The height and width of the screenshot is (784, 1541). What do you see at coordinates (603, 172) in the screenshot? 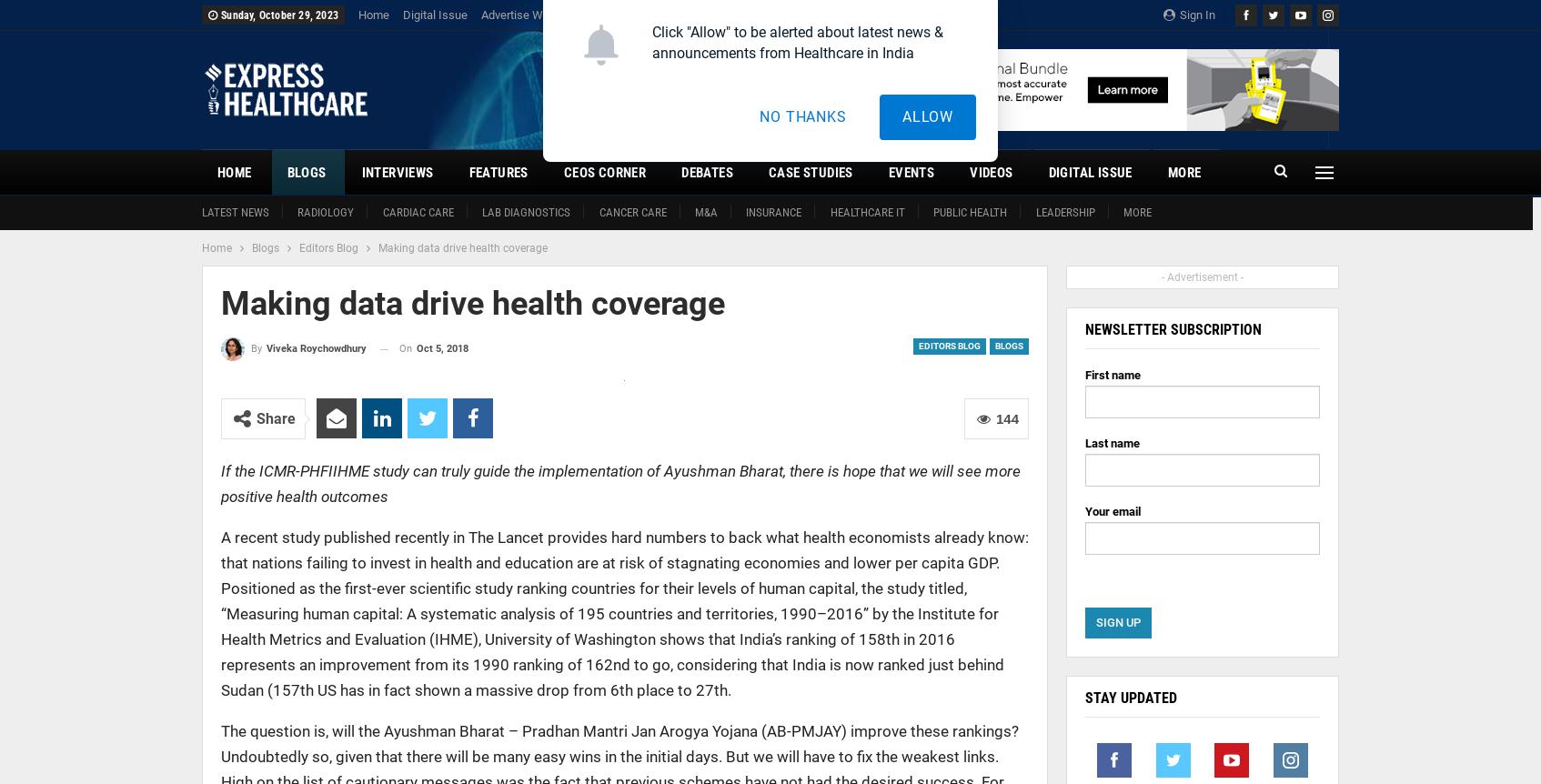
I see `'CEOs Corner'` at bounding box center [603, 172].